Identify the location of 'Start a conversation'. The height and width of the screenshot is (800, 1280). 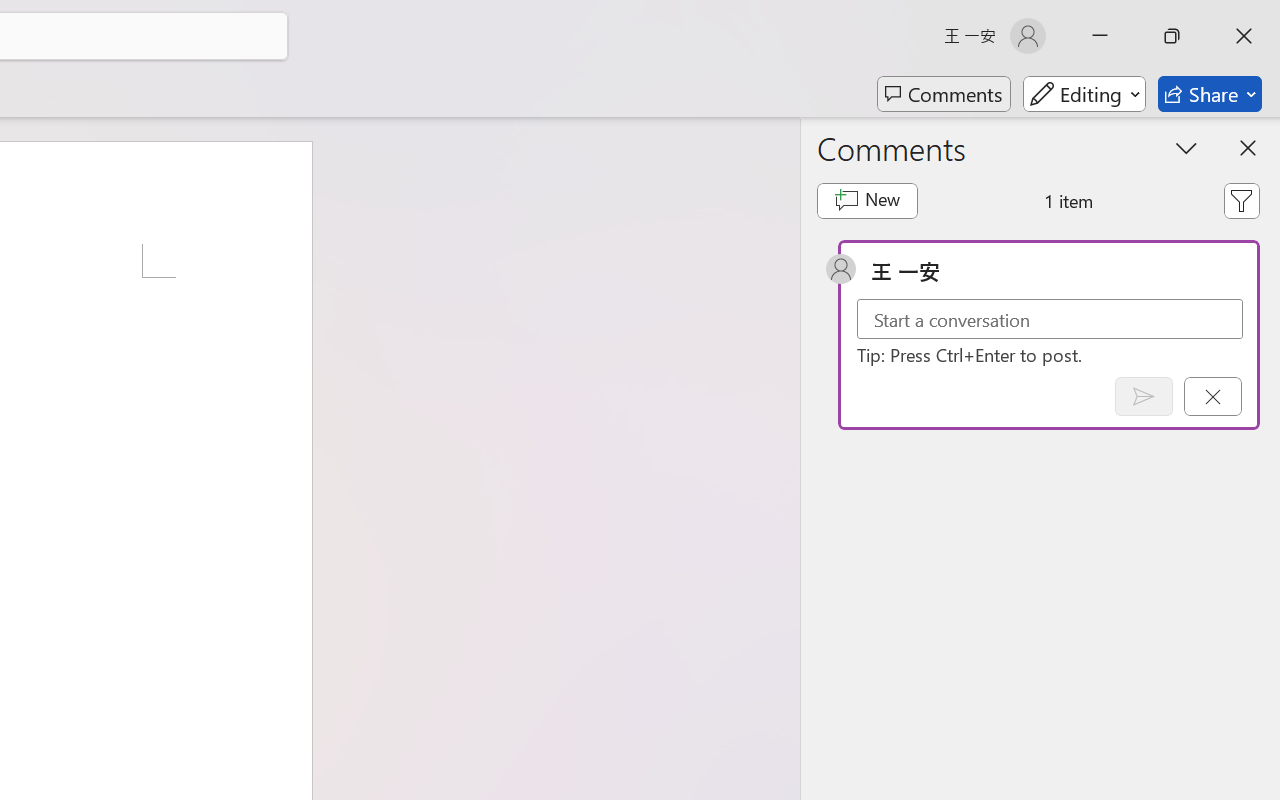
(1049, 318).